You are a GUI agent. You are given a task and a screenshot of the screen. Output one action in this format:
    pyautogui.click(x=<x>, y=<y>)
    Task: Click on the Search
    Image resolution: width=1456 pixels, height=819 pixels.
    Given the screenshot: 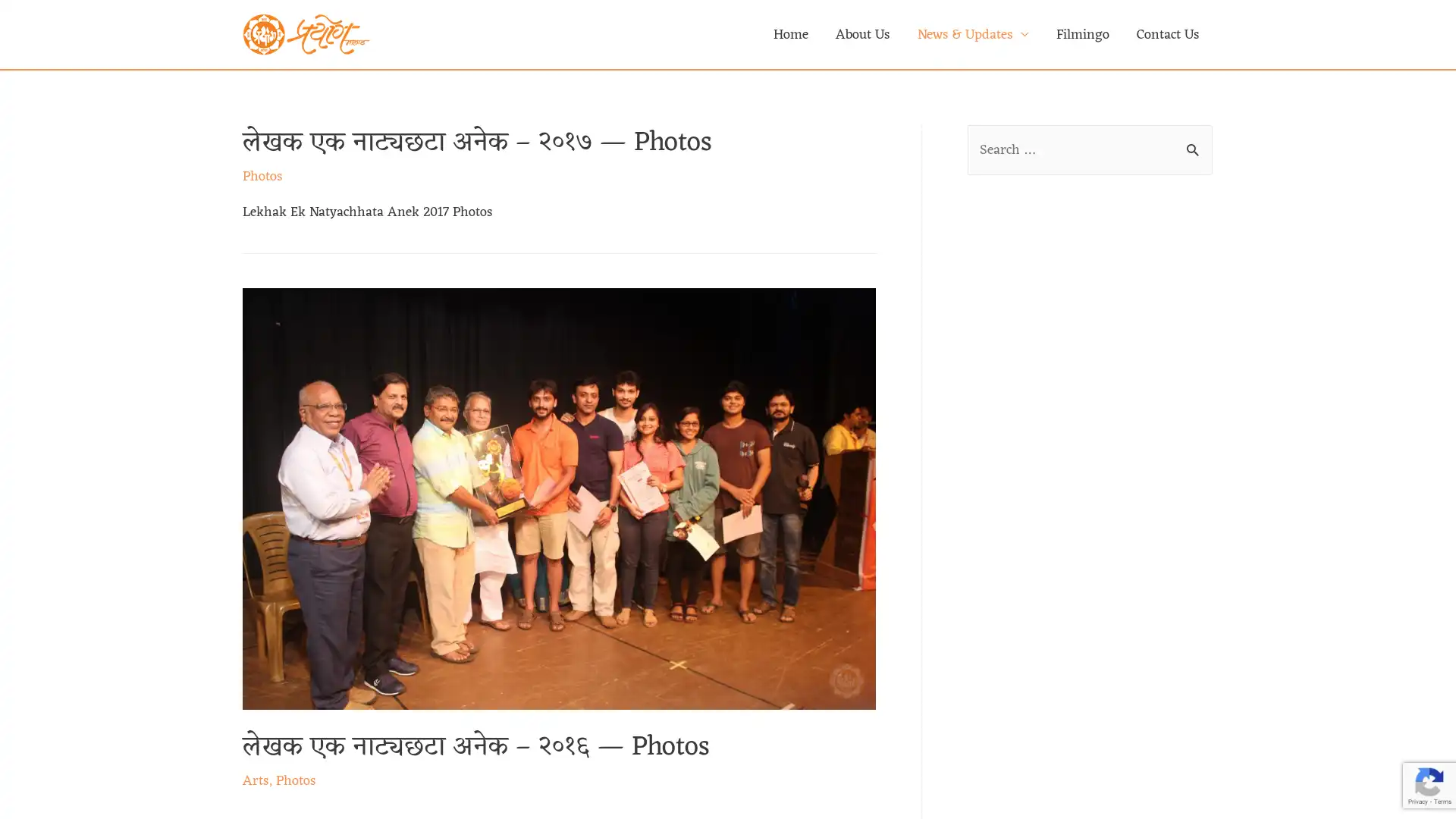 What is the action you would take?
    pyautogui.click(x=1194, y=141)
    